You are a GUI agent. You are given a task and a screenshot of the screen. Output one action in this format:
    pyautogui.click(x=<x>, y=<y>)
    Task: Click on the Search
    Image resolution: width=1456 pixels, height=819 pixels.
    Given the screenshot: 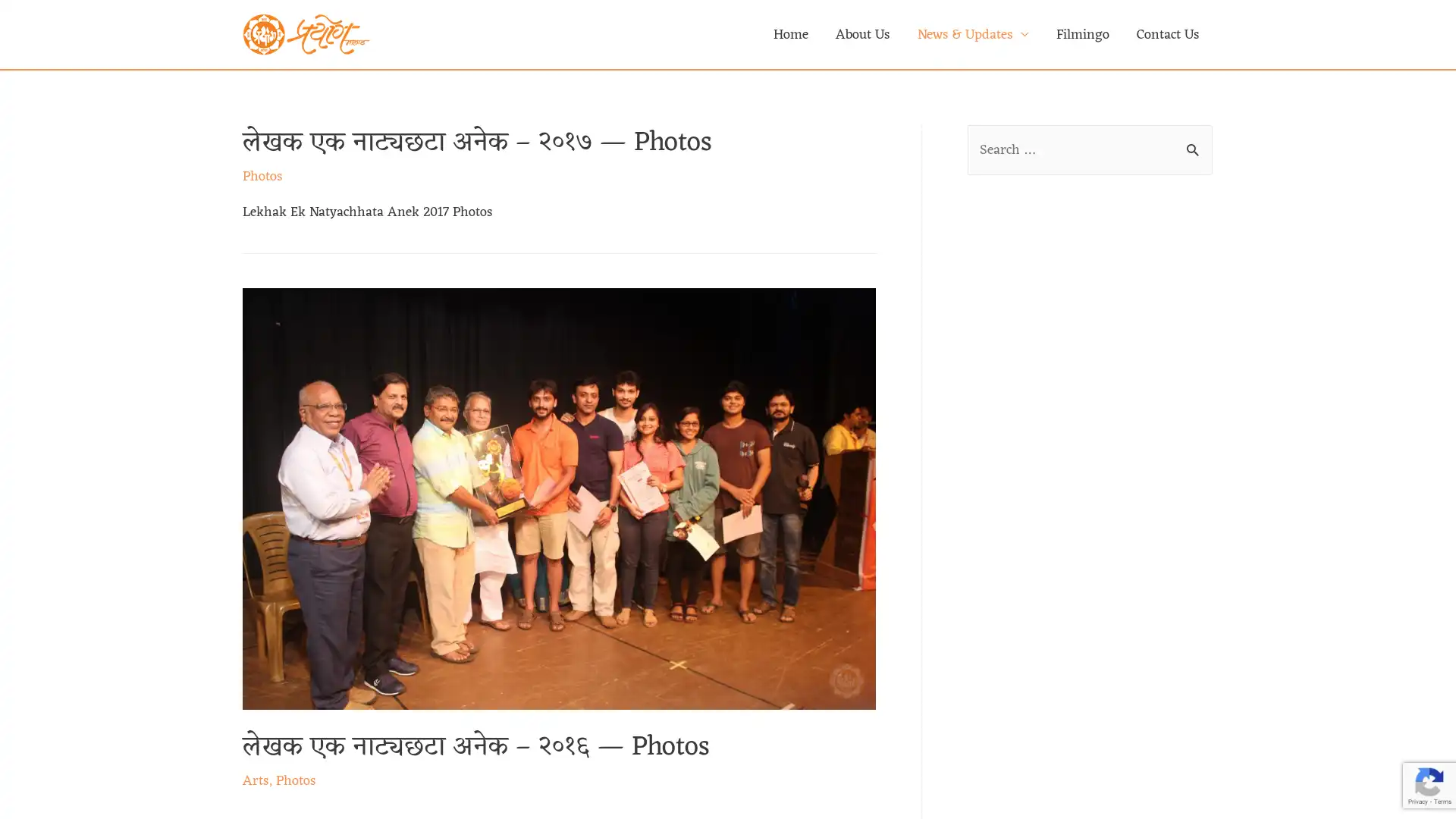 What is the action you would take?
    pyautogui.click(x=1194, y=141)
    